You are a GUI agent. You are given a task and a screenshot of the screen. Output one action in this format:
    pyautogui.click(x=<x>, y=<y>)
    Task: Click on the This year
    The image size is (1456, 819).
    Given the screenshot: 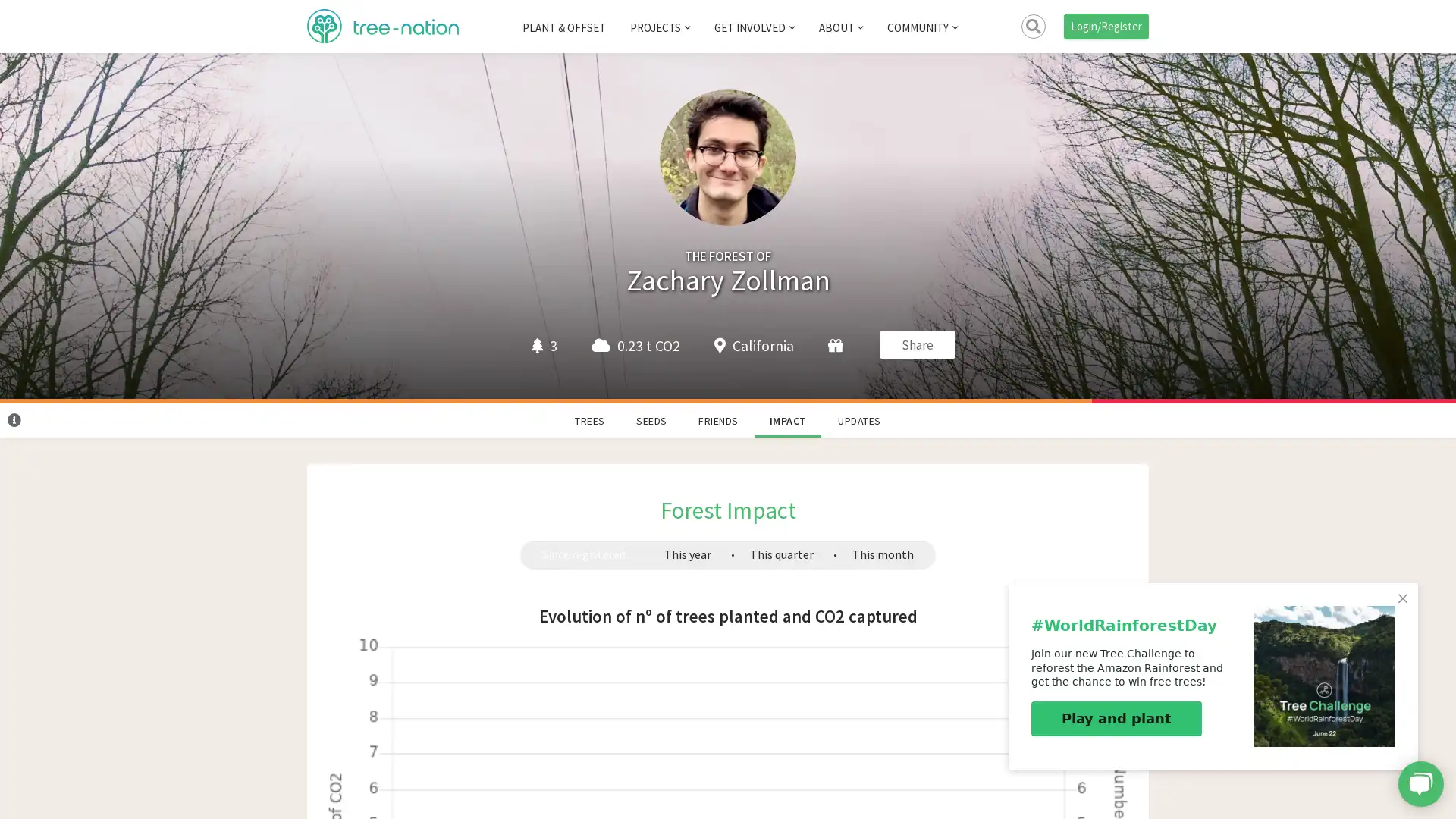 What is the action you would take?
    pyautogui.click(x=686, y=554)
    